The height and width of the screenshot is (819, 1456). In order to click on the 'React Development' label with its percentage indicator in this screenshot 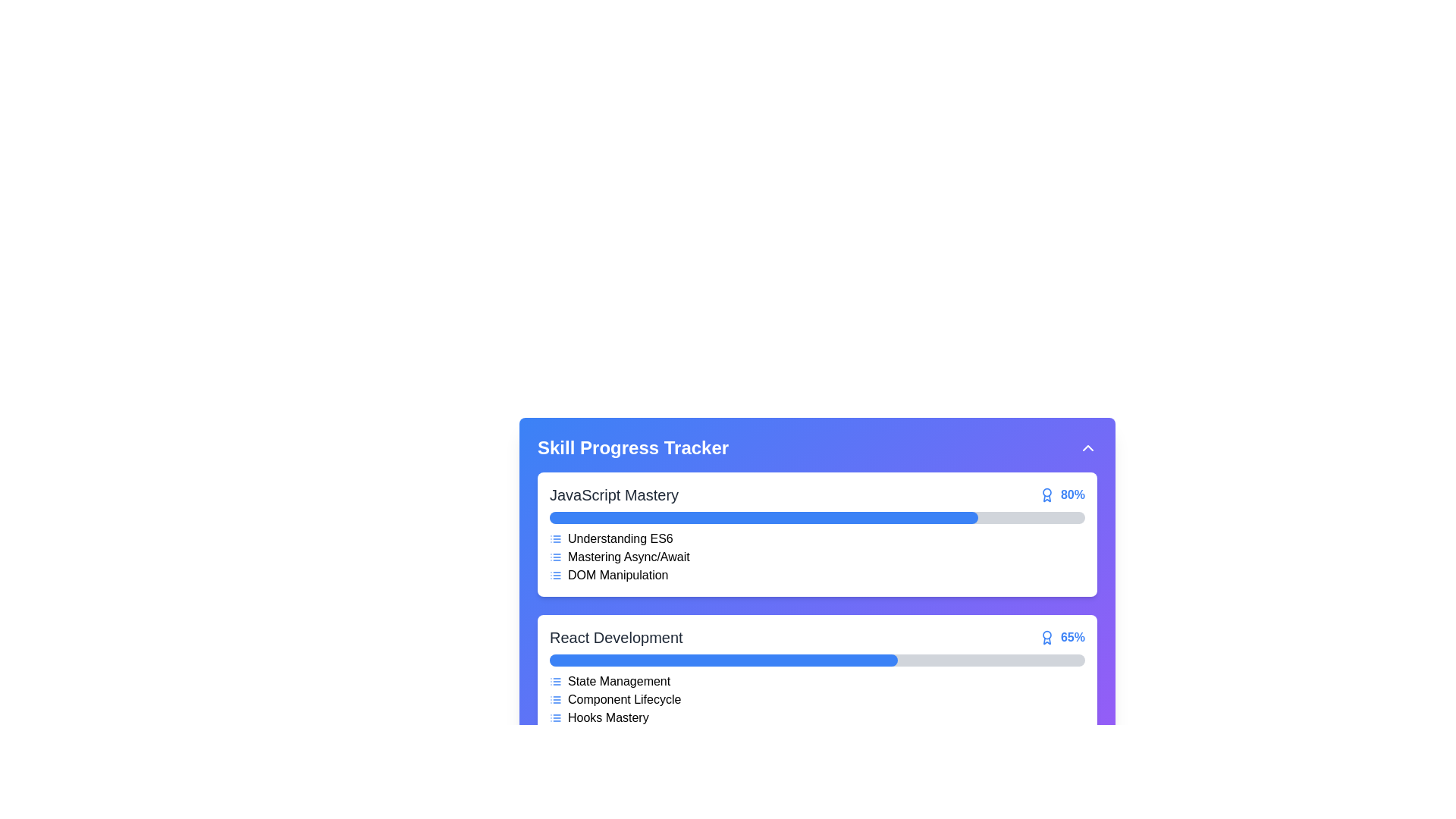, I will do `click(817, 637)`.